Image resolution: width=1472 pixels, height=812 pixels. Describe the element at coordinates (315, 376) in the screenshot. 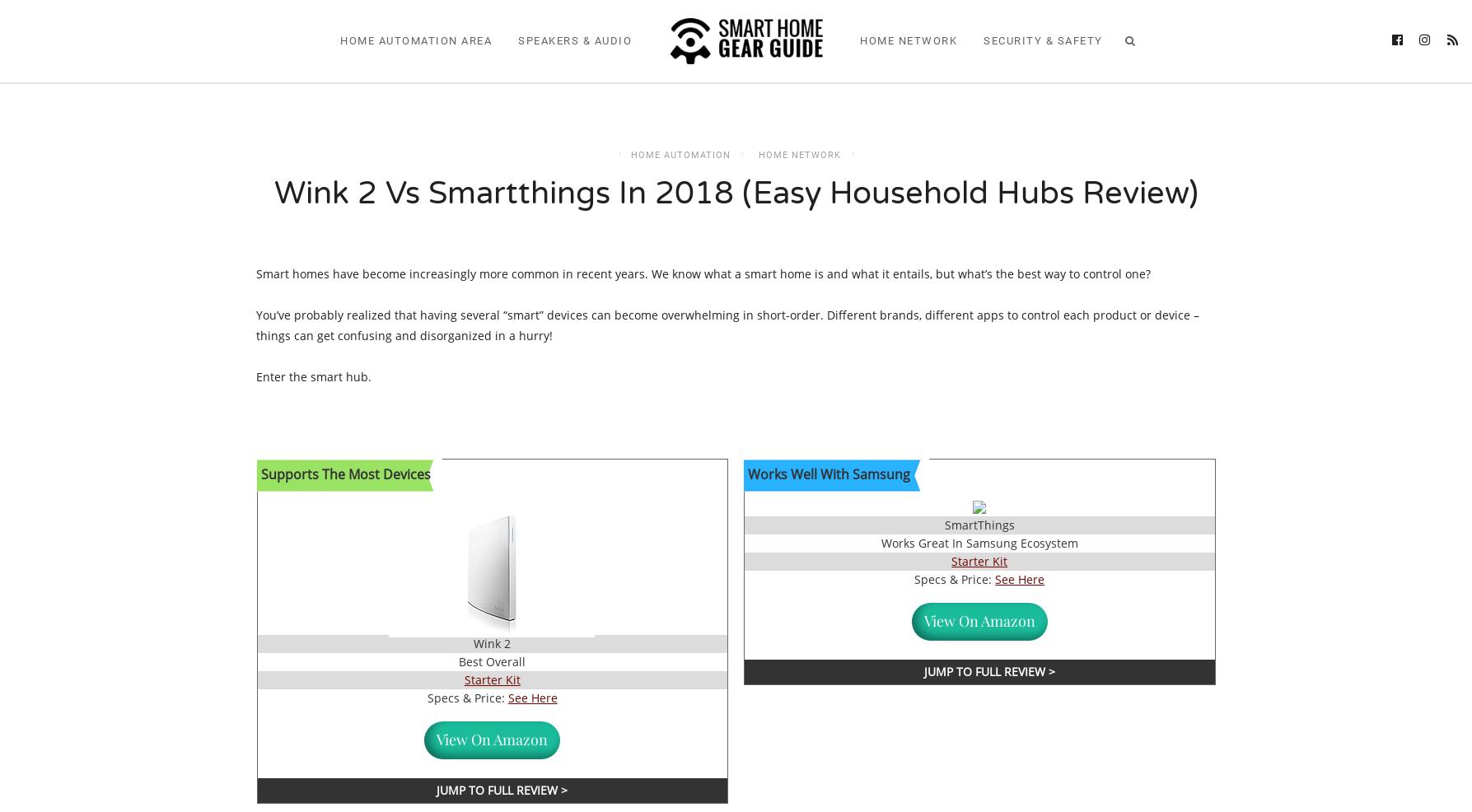

I see `'Enter the smart hub.'` at that location.